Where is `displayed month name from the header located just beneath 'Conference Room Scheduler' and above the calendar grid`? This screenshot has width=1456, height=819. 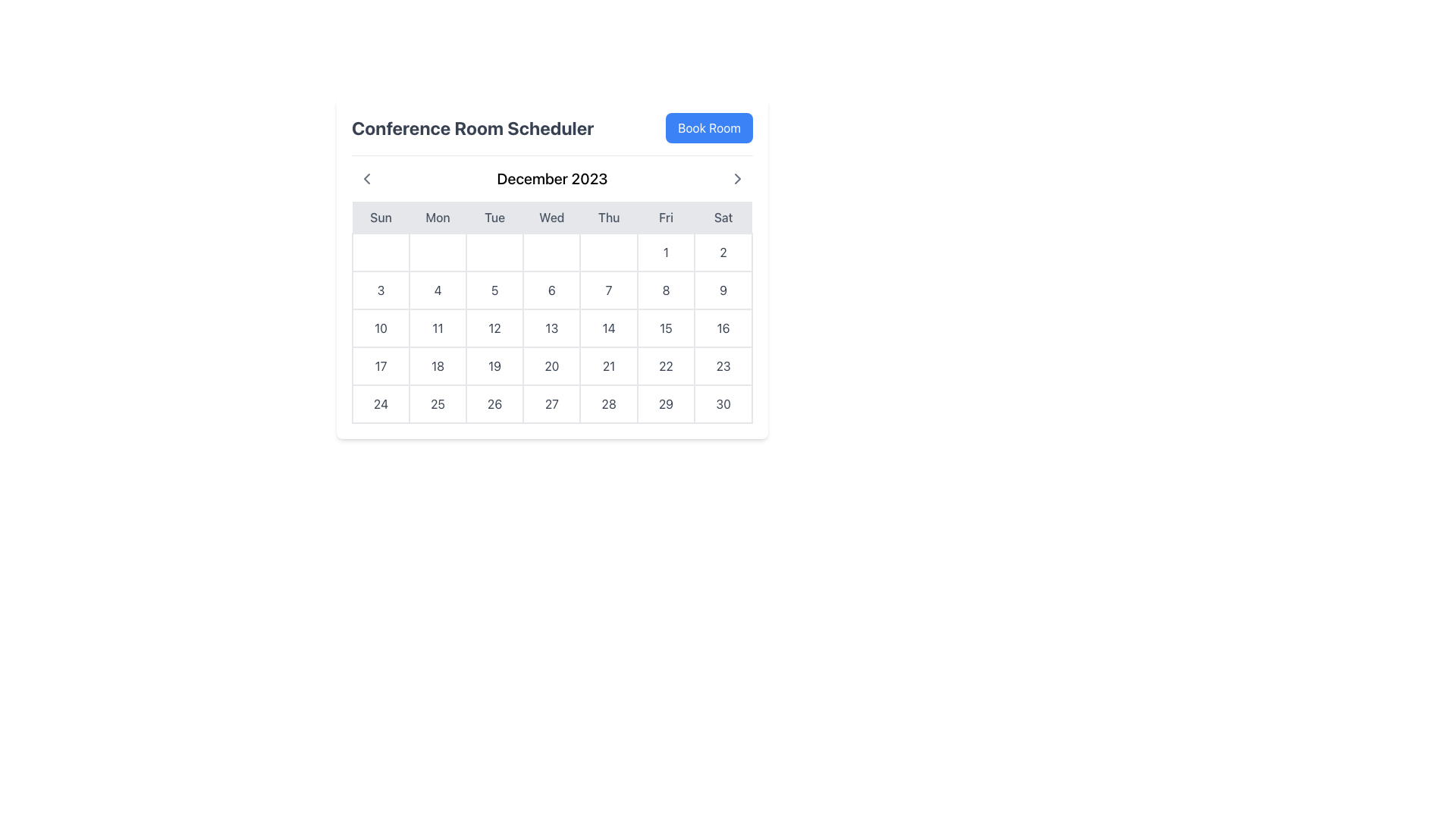
displayed month name from the header located just beneath 'Conference Room Scheduler' and above the calendar grid is located at coordinates (551, 177).